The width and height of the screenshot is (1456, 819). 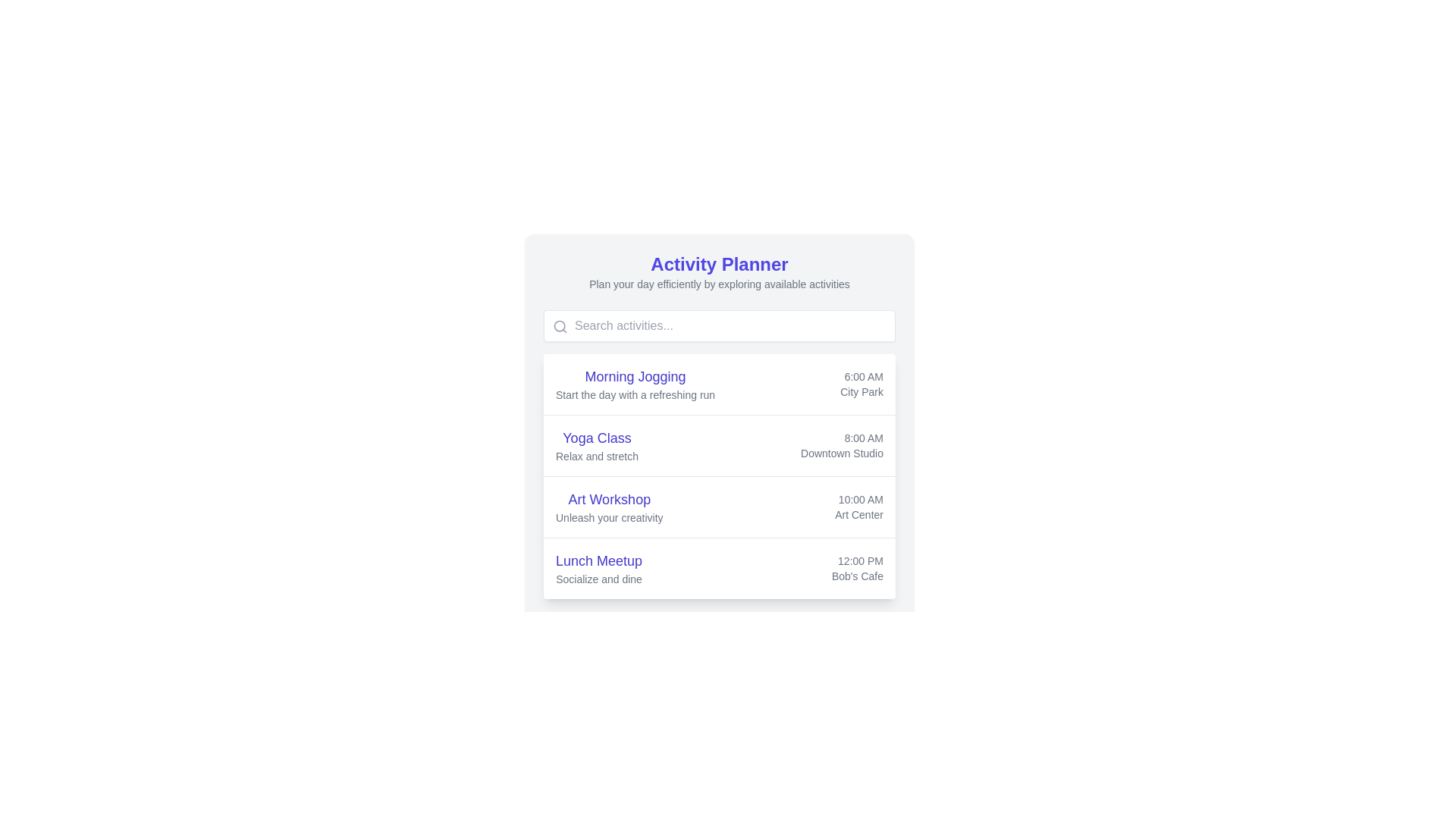 What do you see at coordinates (560, 326) in the screenshot?
I see `the magnifying glass icon located in the search bar at the top of the activity list section, which has a thin black stroke and rounded edges` at bounding box center [560, 326].